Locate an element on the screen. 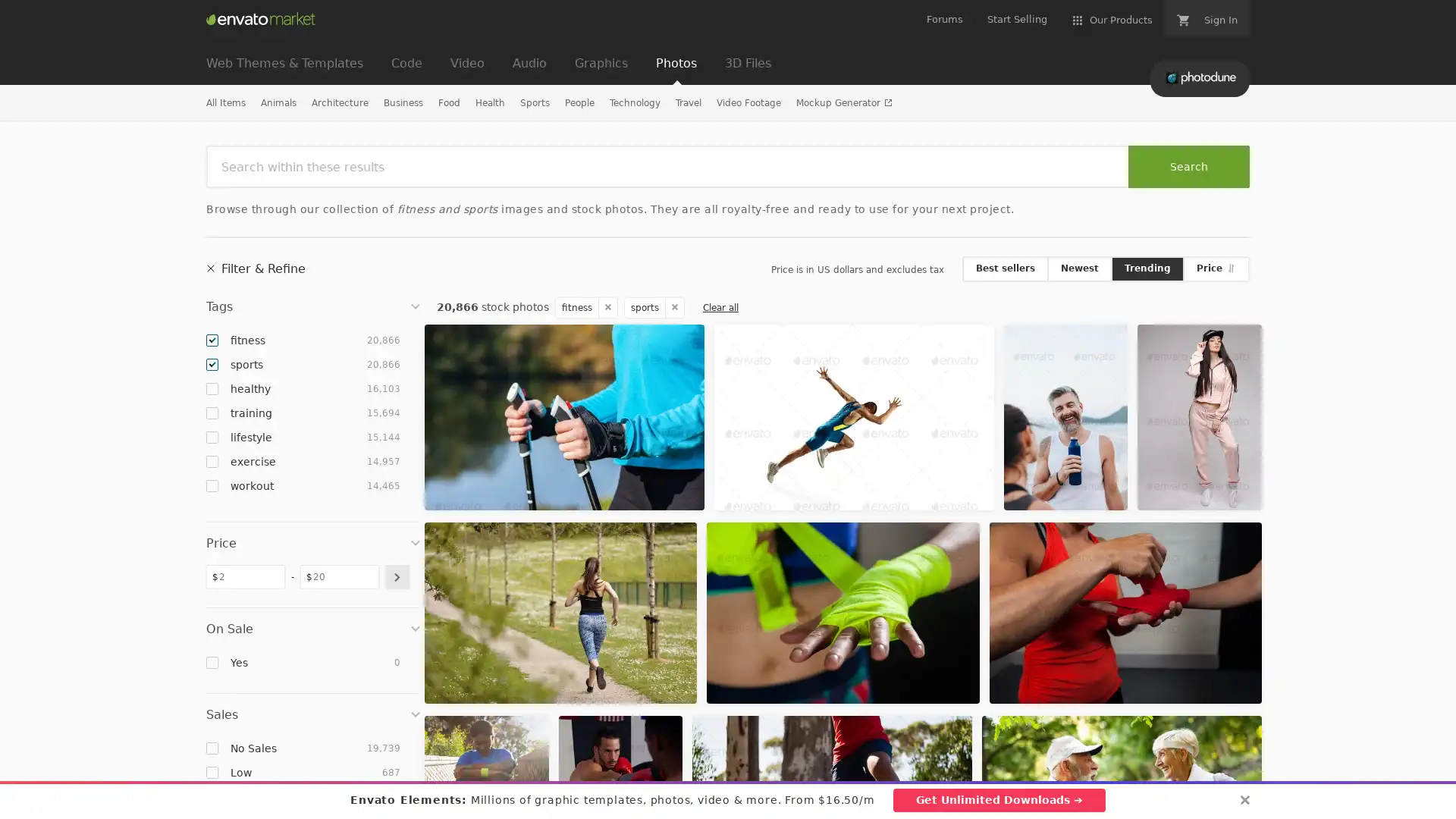 The width and height of the screenshot is (1456, 819). Add to Favorites is located at coordinates (973, 343).